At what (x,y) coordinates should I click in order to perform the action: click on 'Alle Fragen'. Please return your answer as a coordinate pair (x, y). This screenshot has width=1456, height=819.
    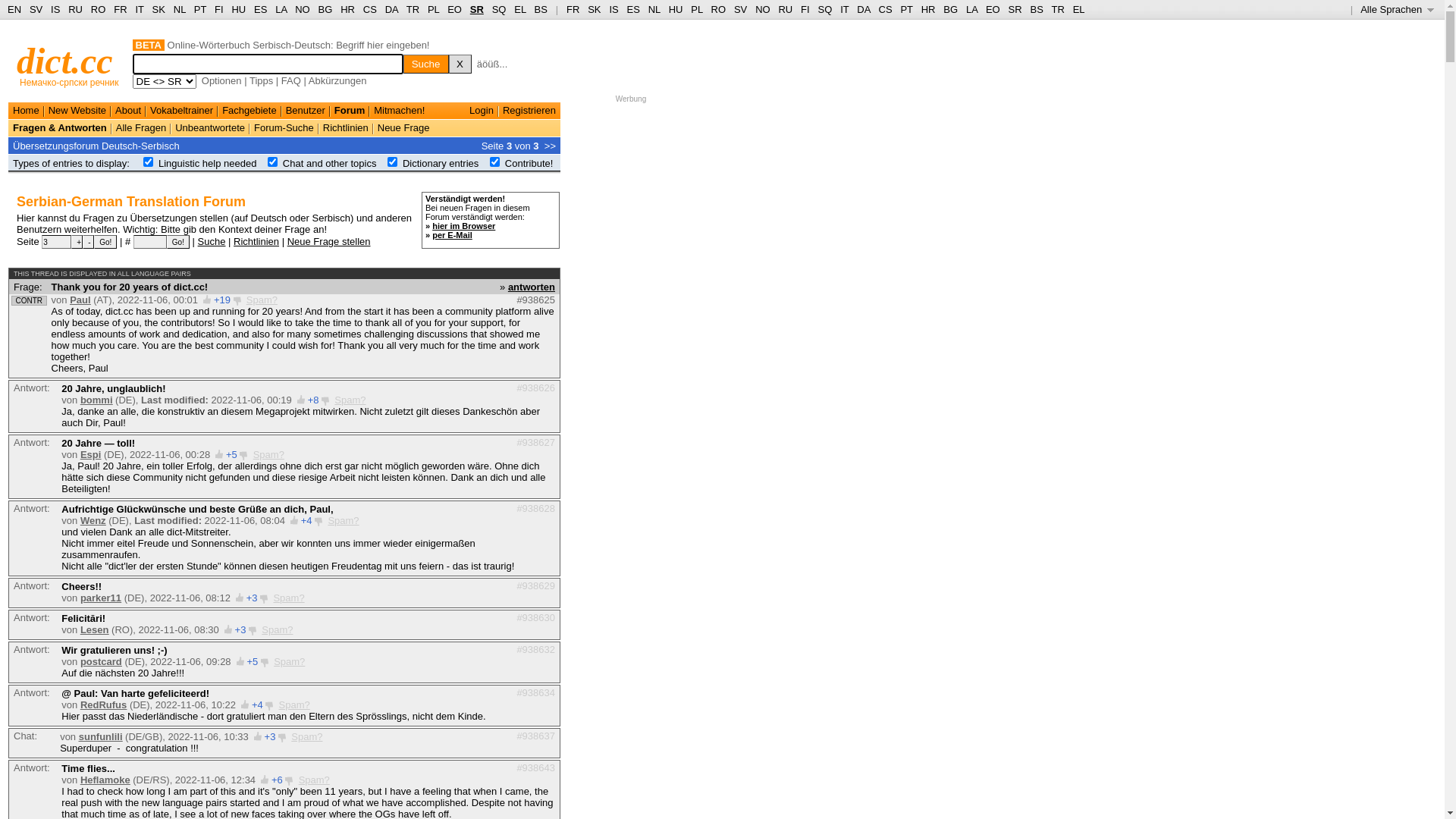
    Looking at the image, I should click on (141, 127).